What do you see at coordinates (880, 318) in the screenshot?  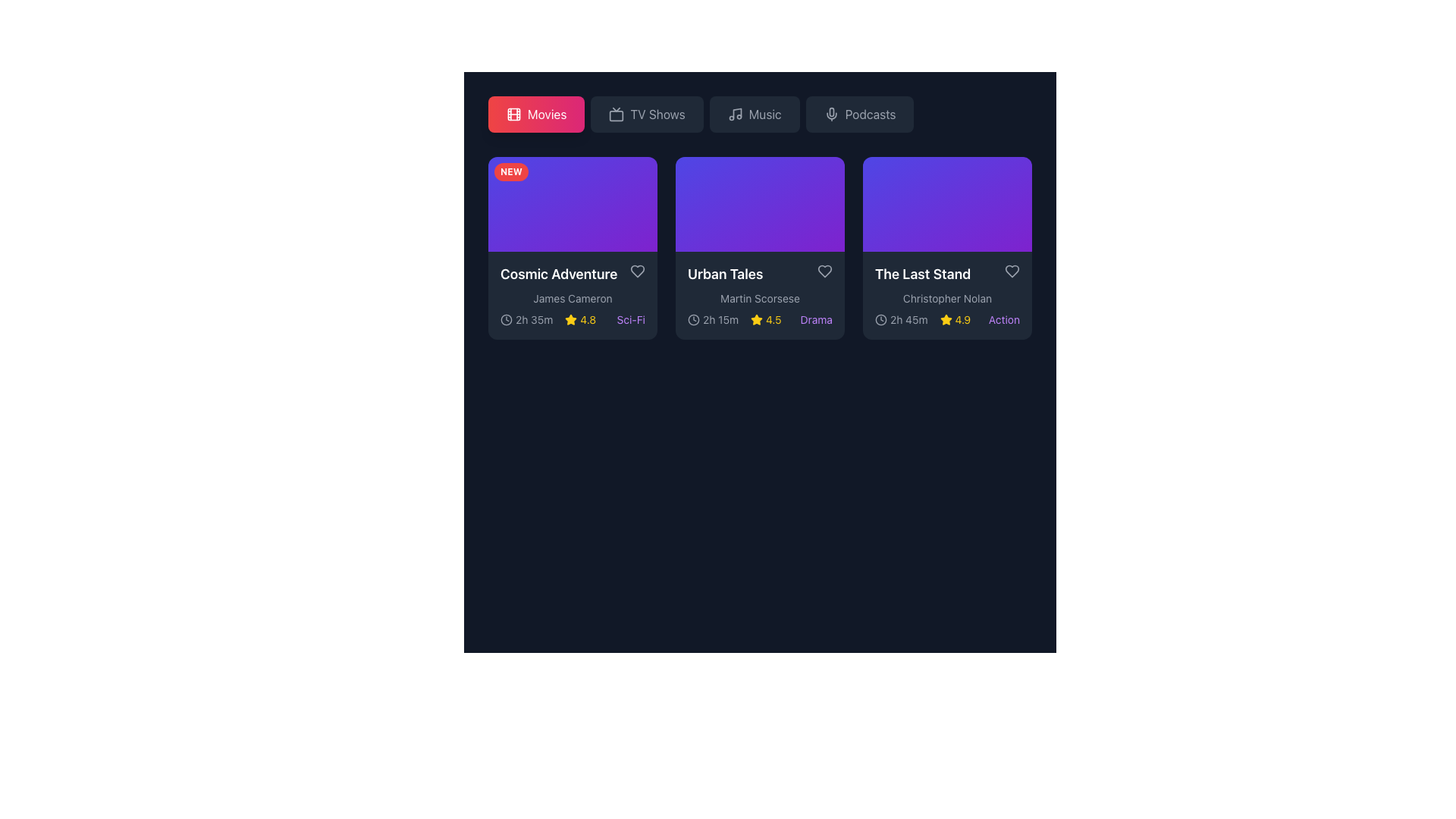 I see `the circular clock icon located to the left of the text '2h 45m' below the title 'The Last Stand' on the third card from the left in the second row` at bounding box center [880, 318].